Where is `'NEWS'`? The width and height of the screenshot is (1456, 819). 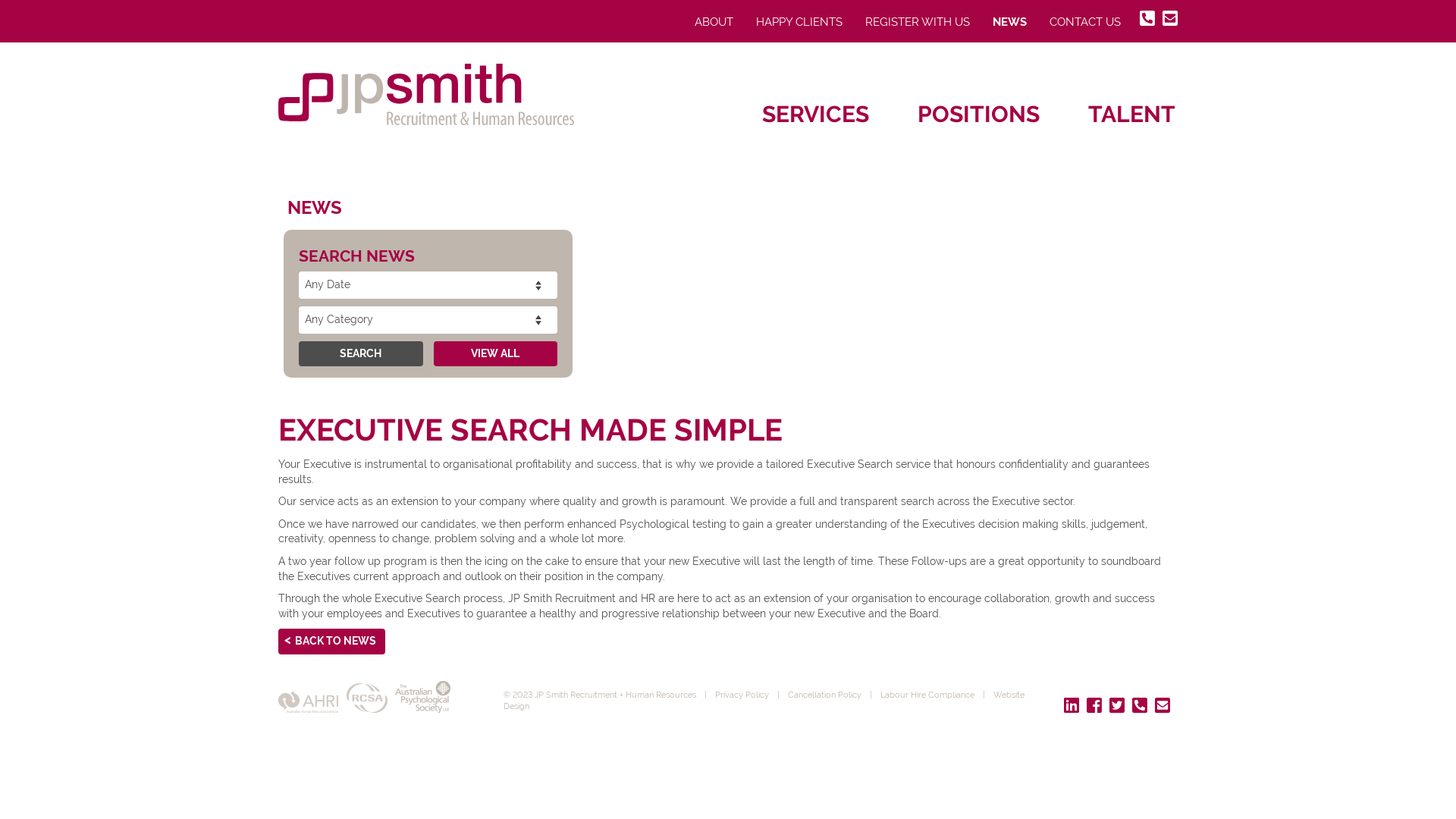 'NEWS' is located at coordinates (981, 22).